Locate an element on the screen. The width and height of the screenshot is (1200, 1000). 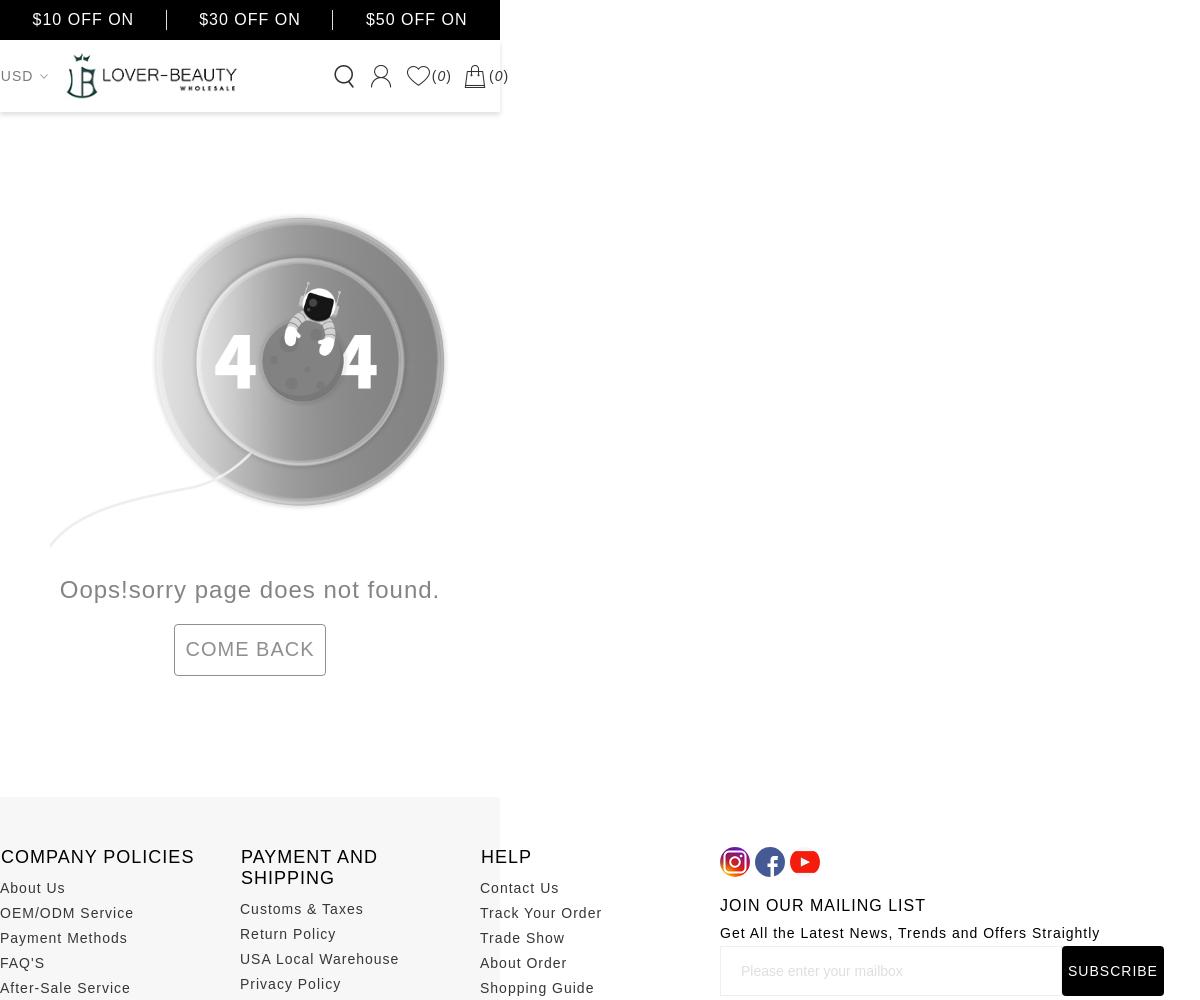
'Customs & Taxes' is located at coordinates (301, 908).